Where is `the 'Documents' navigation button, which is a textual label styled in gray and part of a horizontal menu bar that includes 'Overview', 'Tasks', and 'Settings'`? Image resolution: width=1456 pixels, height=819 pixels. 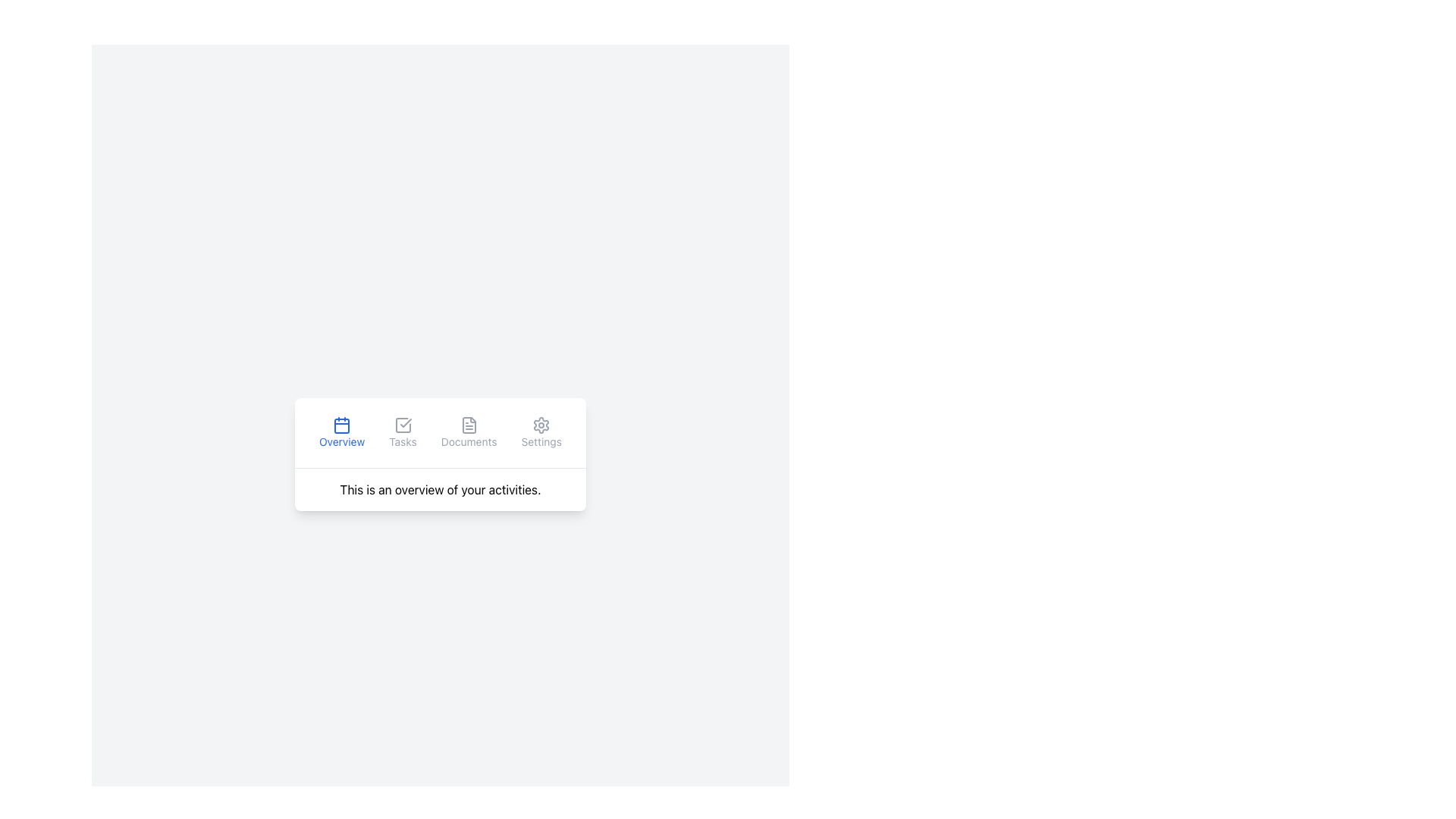
the 'Documents' navigation button, which is a textual label styled in gray and part of a horizontal menu bar that includes 'Overview', 'Tasks', and 'Settings' is located at coordinates (468, 441).